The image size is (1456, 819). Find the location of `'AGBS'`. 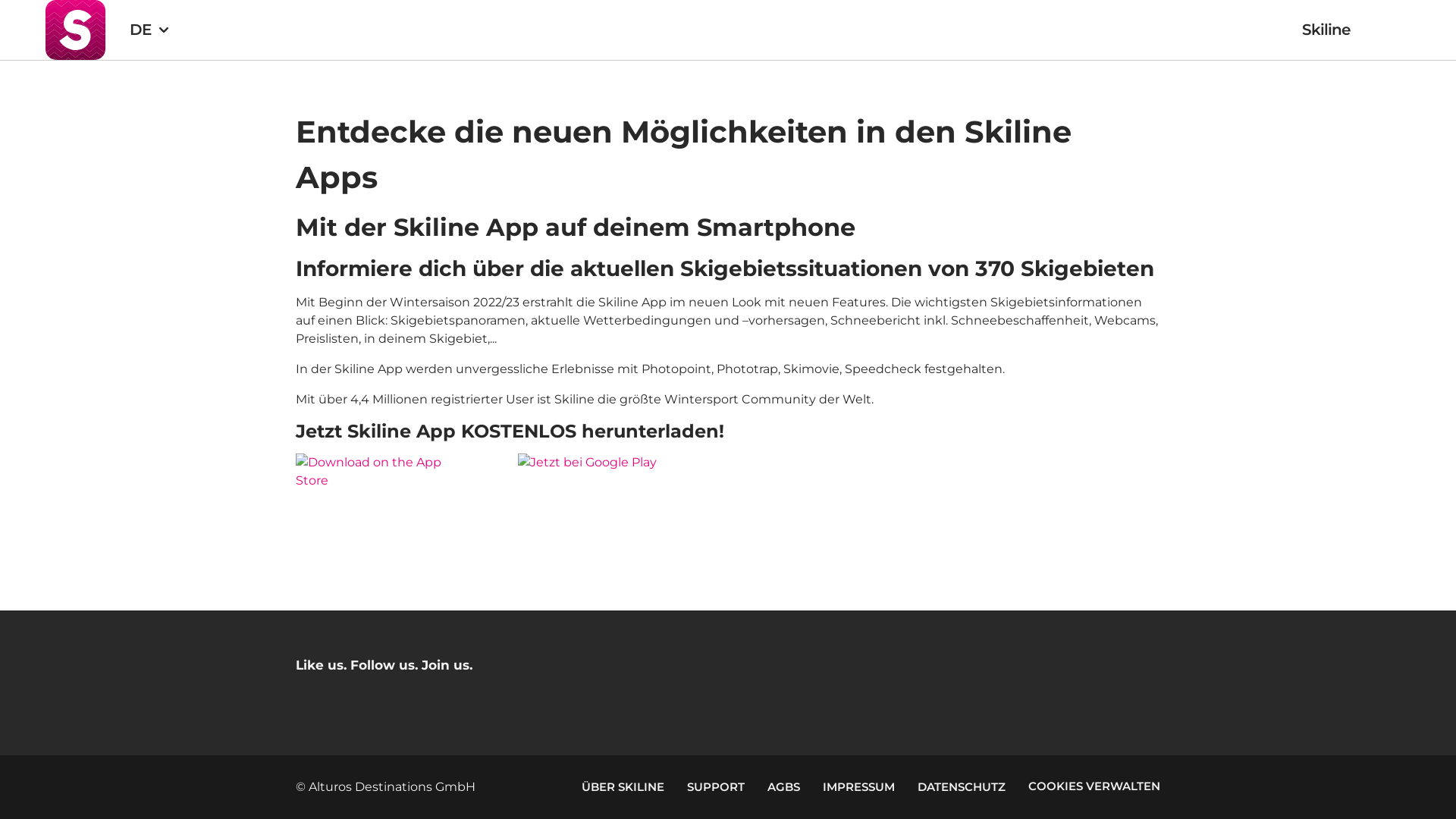

'AGBS' is located at coordinates (783, 786).